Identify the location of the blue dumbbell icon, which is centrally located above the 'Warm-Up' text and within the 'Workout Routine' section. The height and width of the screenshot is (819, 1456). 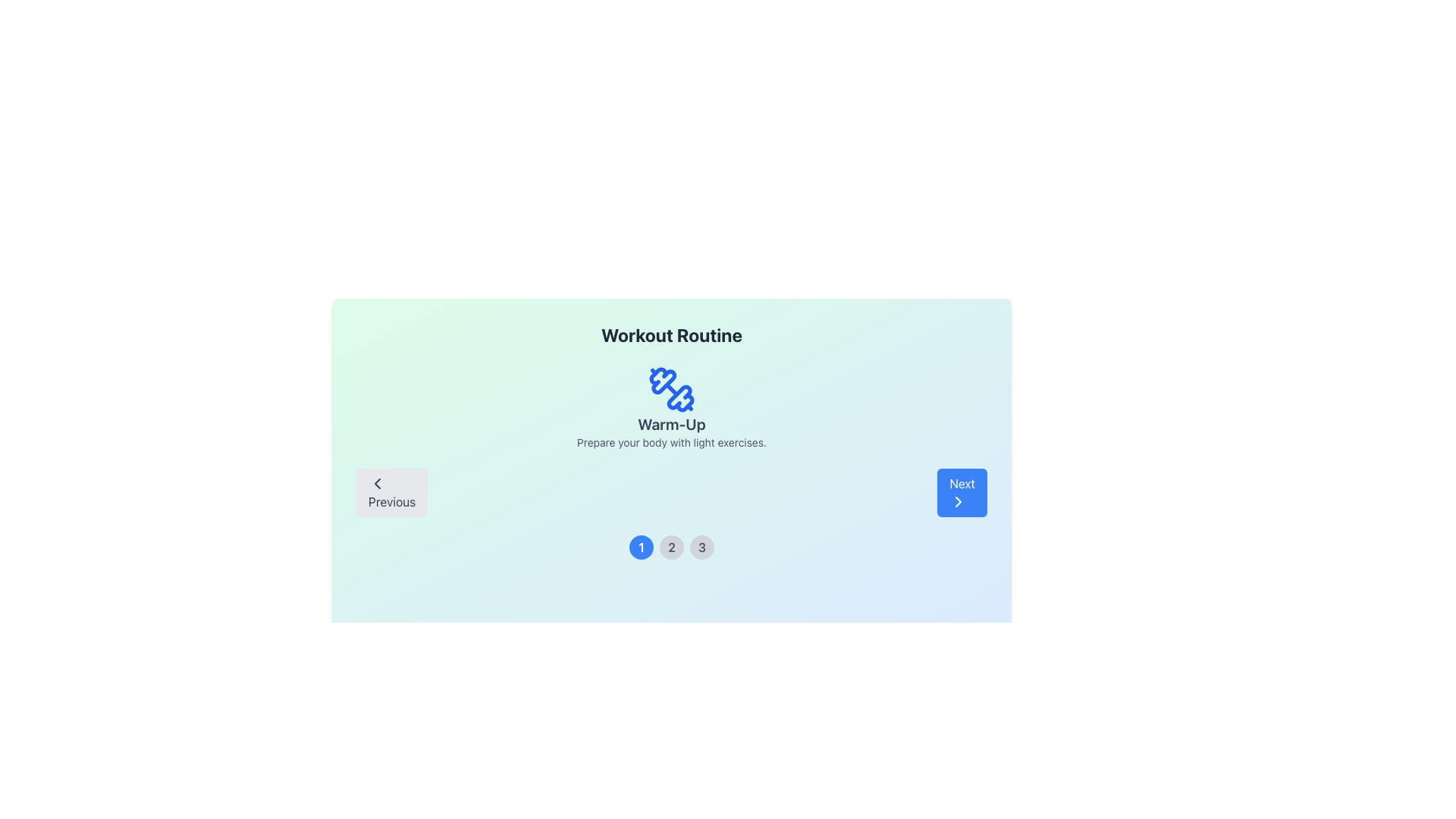
(671, 388).